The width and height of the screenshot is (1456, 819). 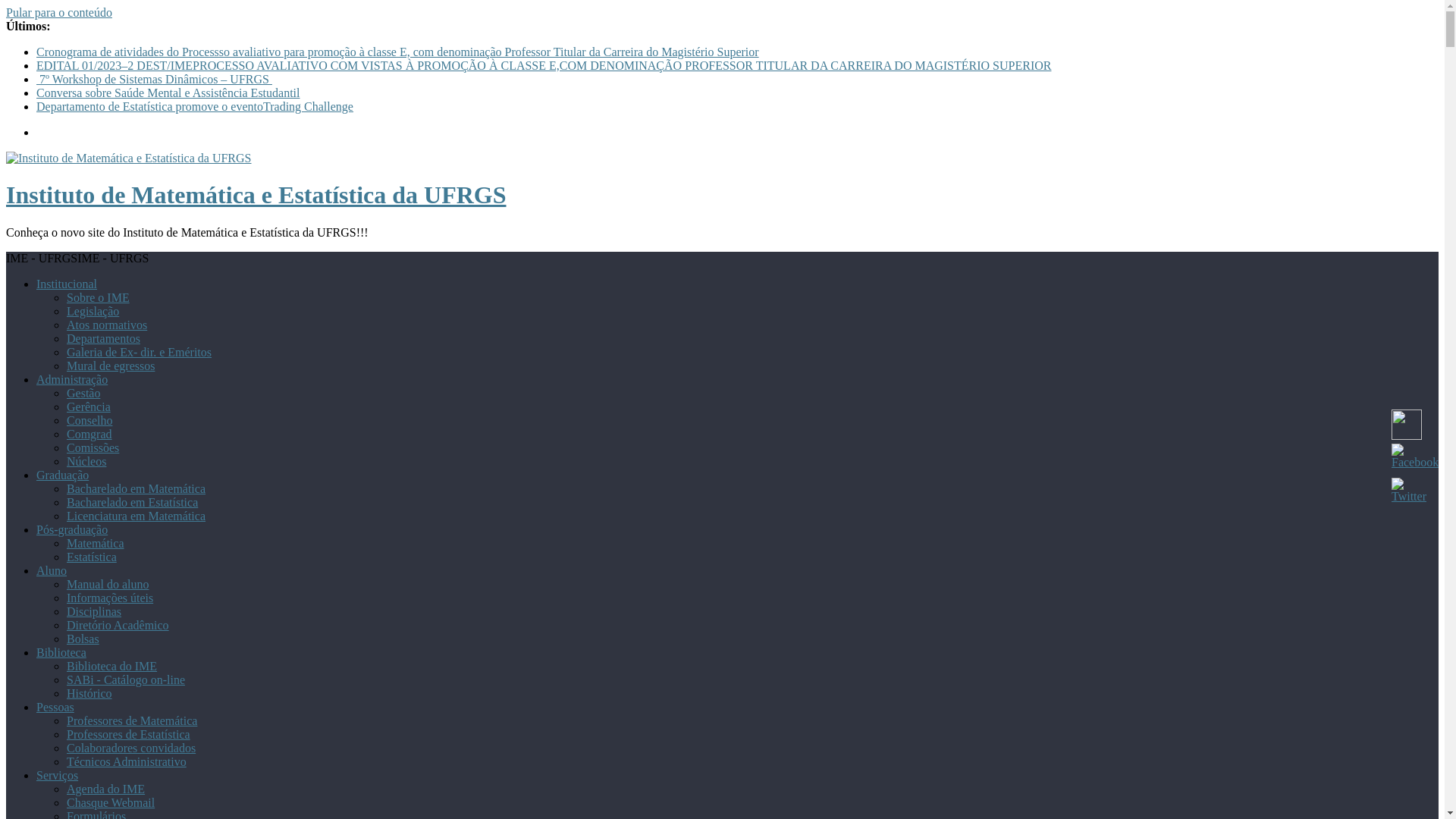 I want to click on 'Sobre o IME', so click(x=97, y=297).